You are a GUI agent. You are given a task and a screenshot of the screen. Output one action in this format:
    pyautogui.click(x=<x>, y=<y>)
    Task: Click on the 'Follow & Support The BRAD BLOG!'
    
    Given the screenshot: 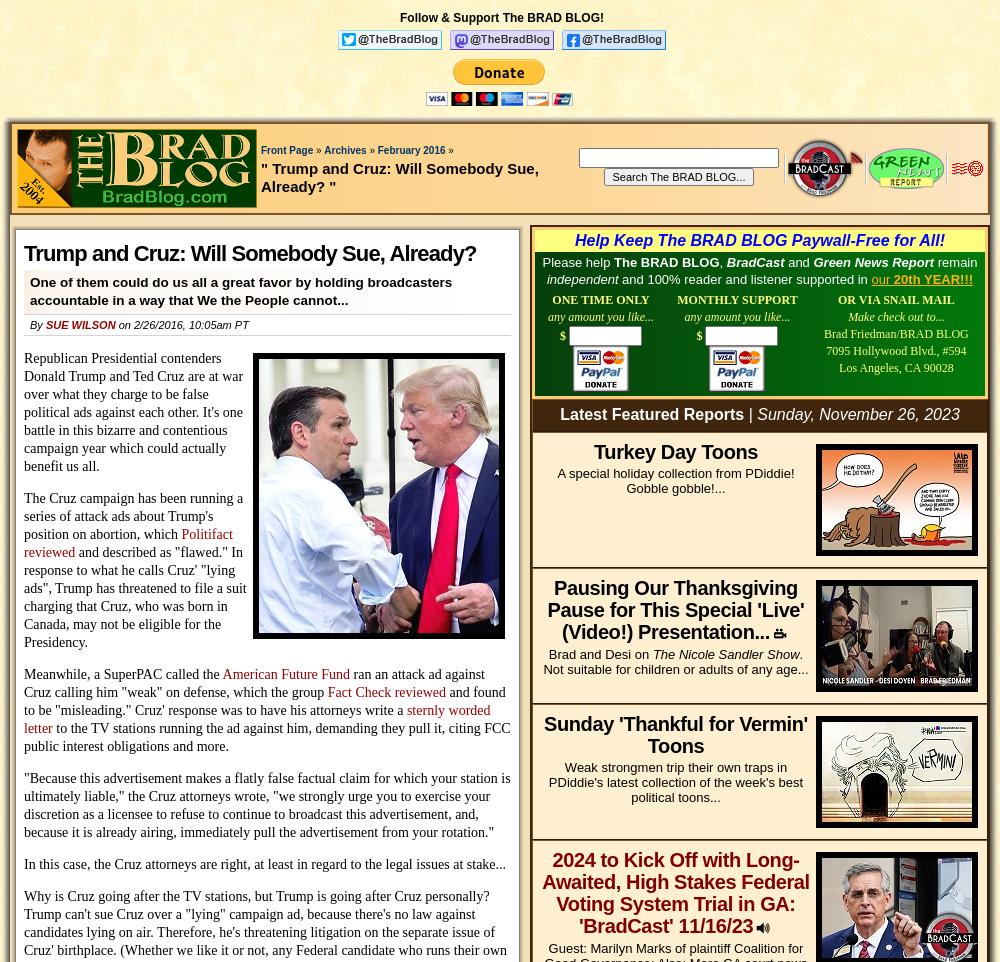 What is the action you would take?
    pyautogui.click(x=501, y=16)
    